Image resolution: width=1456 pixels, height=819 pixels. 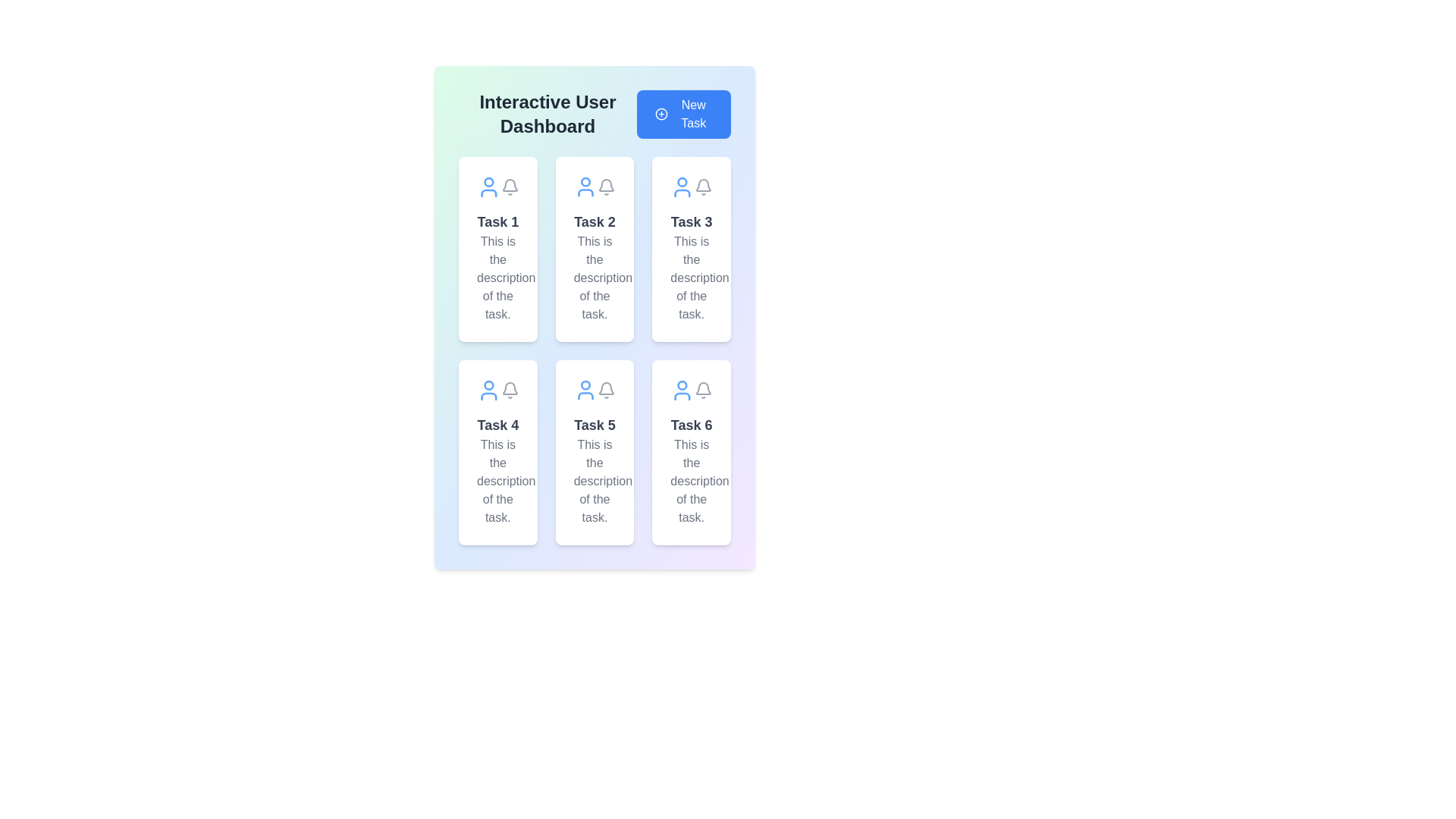 What do you see at coordinates (488, 181) in the screenshot?
I see `the circular icon element representing the user's head in the dashboard under 'Task 1'` at bounding box center [488, 181].